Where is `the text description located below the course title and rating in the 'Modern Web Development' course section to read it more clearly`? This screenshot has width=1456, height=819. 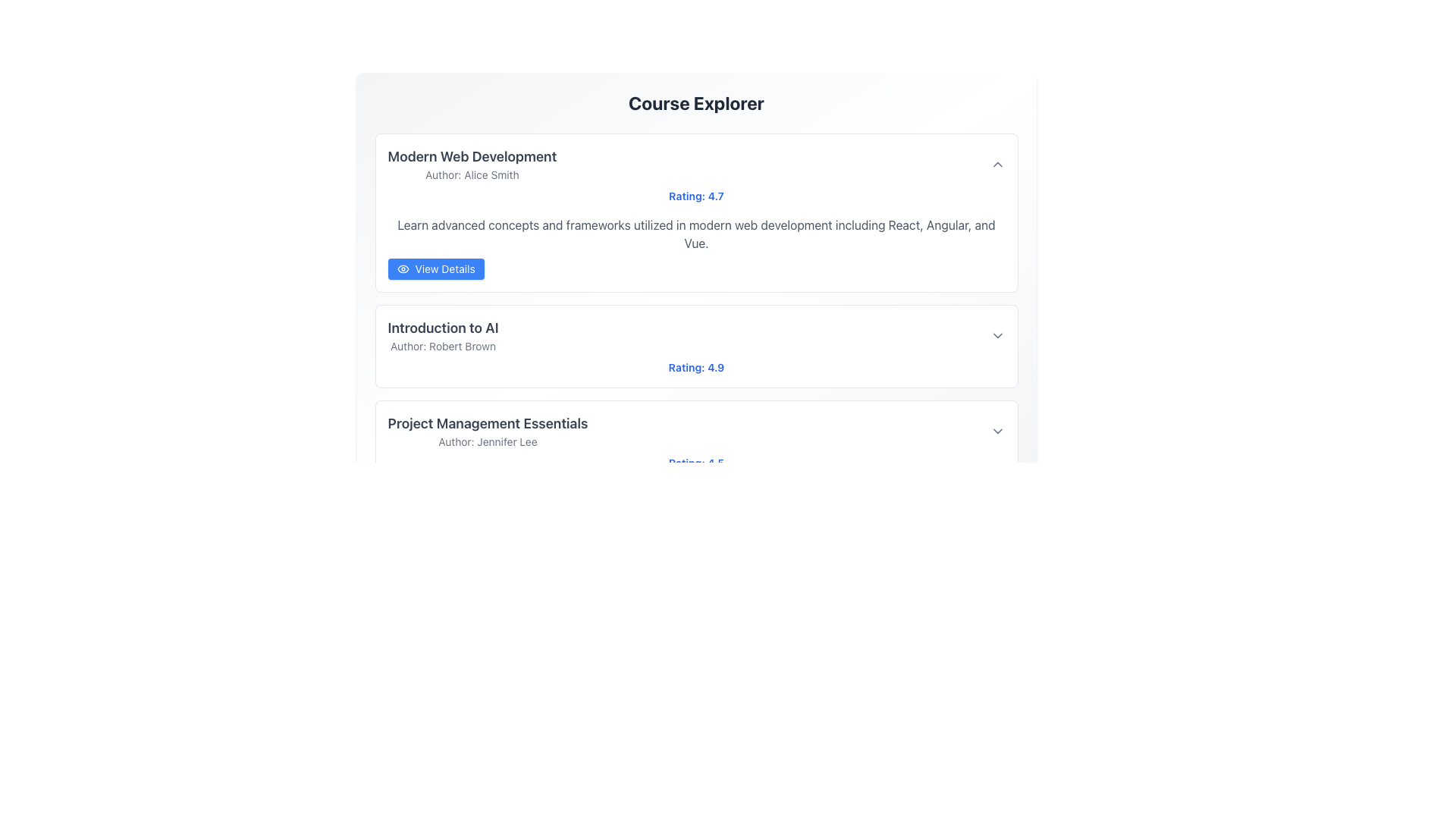
the text description located below the course title and rating in the 'Modern Web Development' course section to read it more clearly is located at coordinates (695, 247).